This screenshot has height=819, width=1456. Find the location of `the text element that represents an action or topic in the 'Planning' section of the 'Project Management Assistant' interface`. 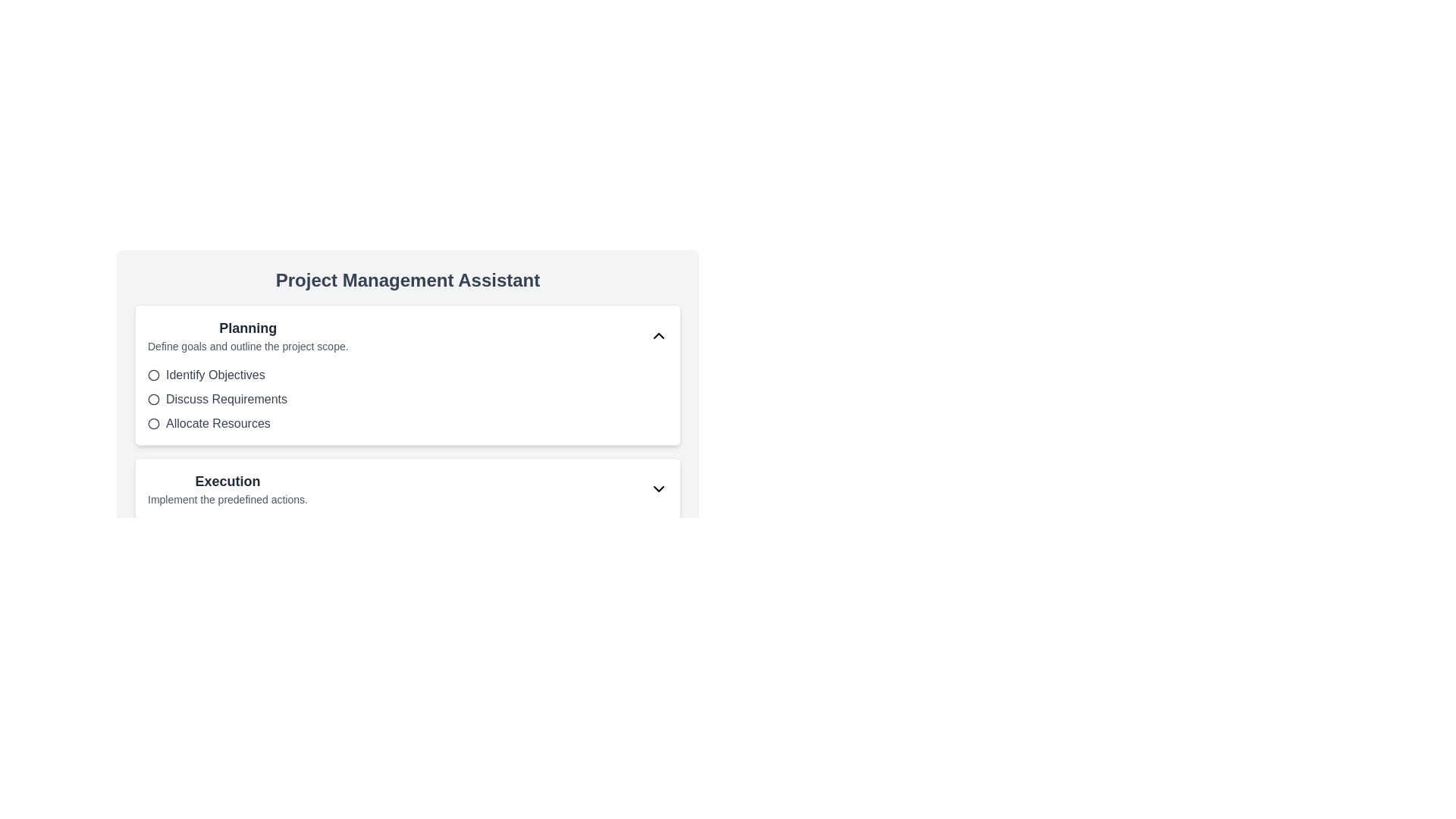

the text element that represents an action or topic in the 'Planning' section of the 'Project Management Assistant' interface is located at coordinates (215, 375).